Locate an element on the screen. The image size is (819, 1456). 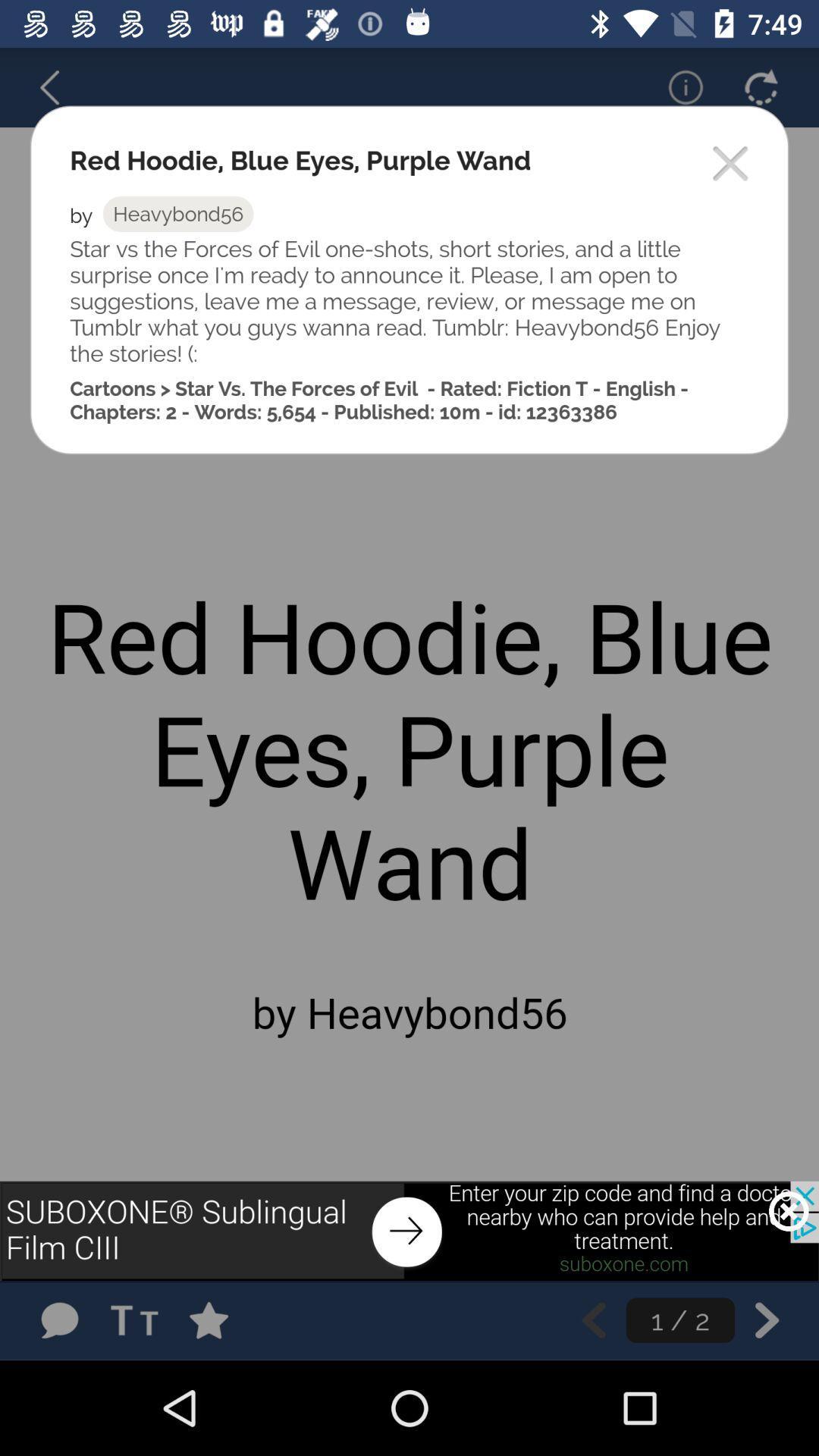
go ahead to the next page is located at coordinates (767, 1319).